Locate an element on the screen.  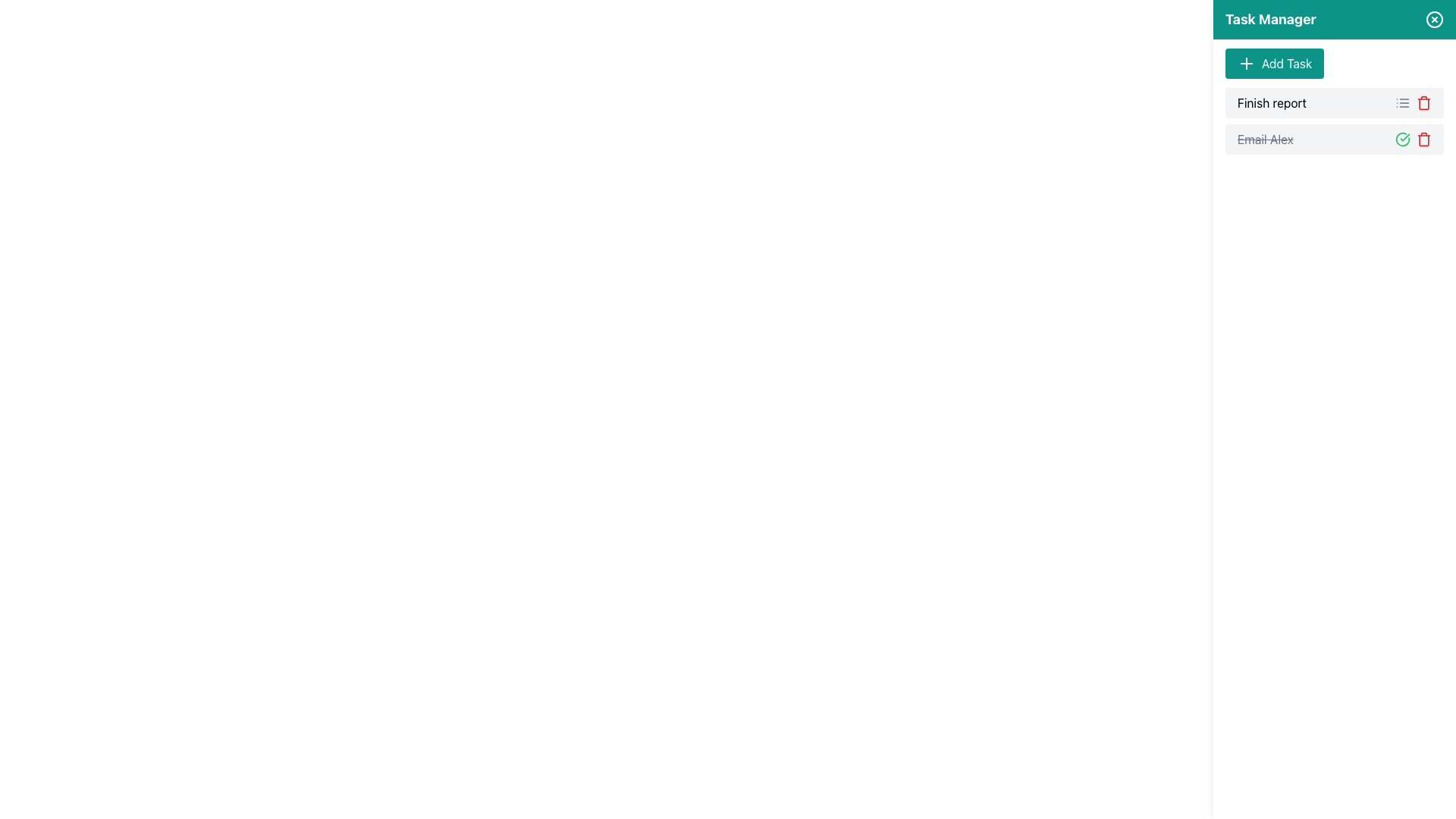
the completed task list item named 'Email Alex' is located at coordinates (1335, 140).